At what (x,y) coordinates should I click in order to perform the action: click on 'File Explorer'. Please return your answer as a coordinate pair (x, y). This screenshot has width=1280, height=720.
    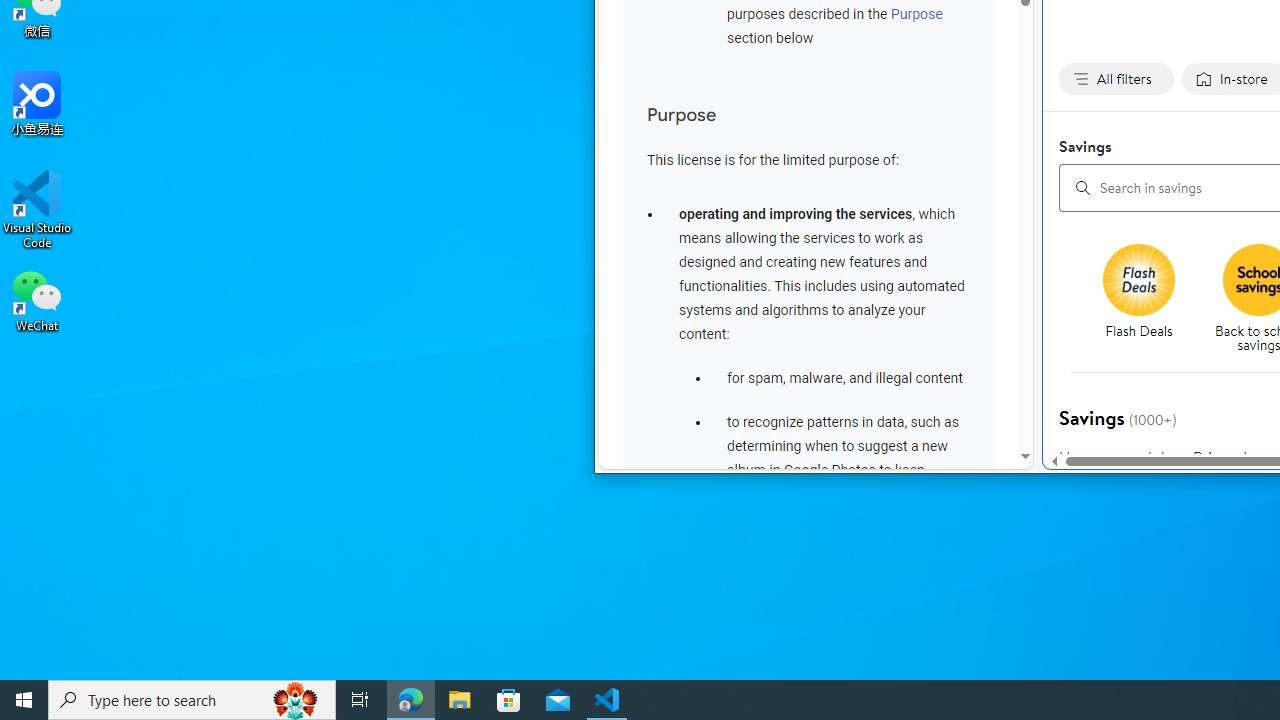
    Looking at the image, I should click on (459, 698).